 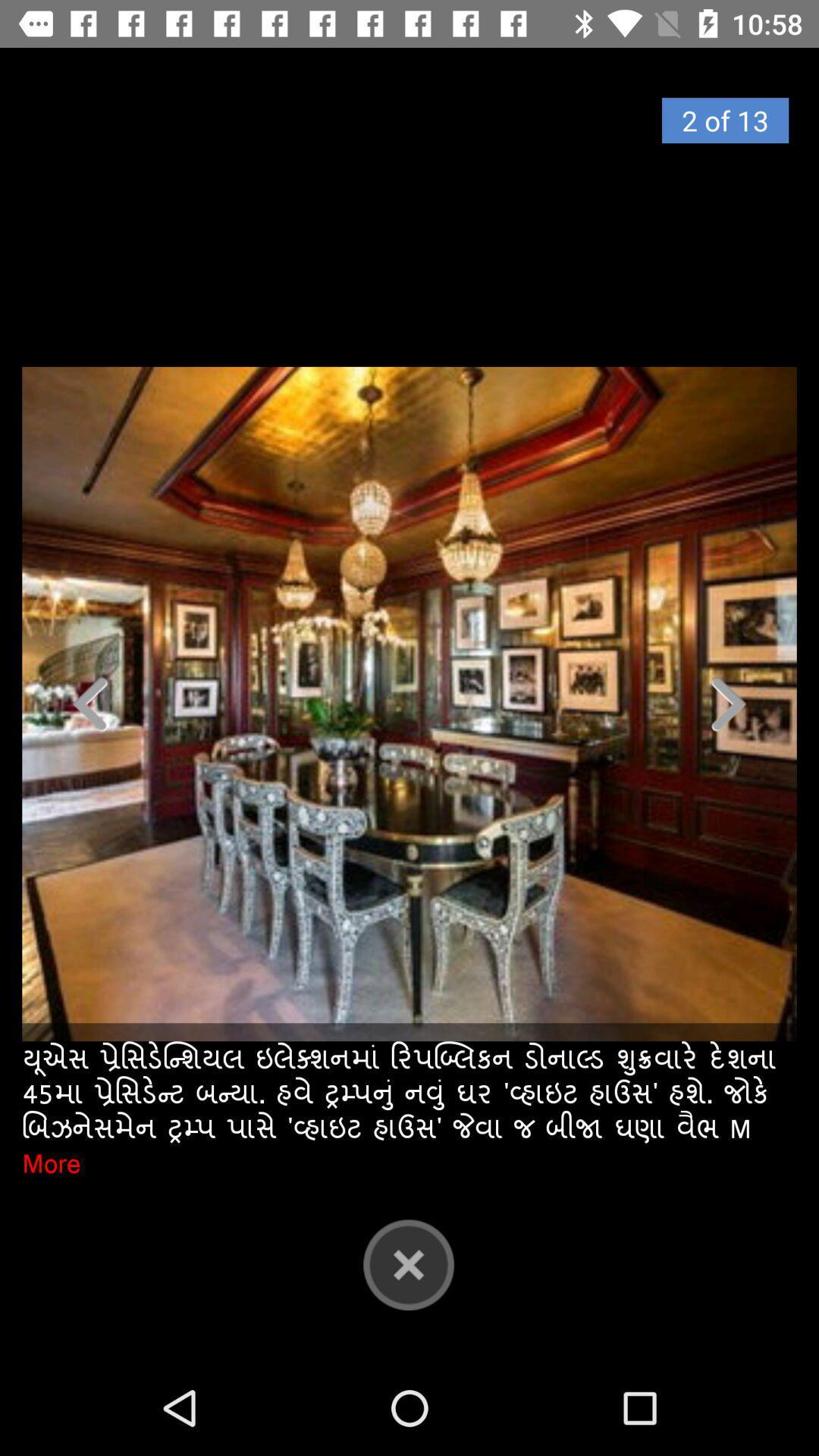 What do you see at coordinates (409, 703) in the screenshot?
I see `photo of dining room` at bounding box center [409, 703].